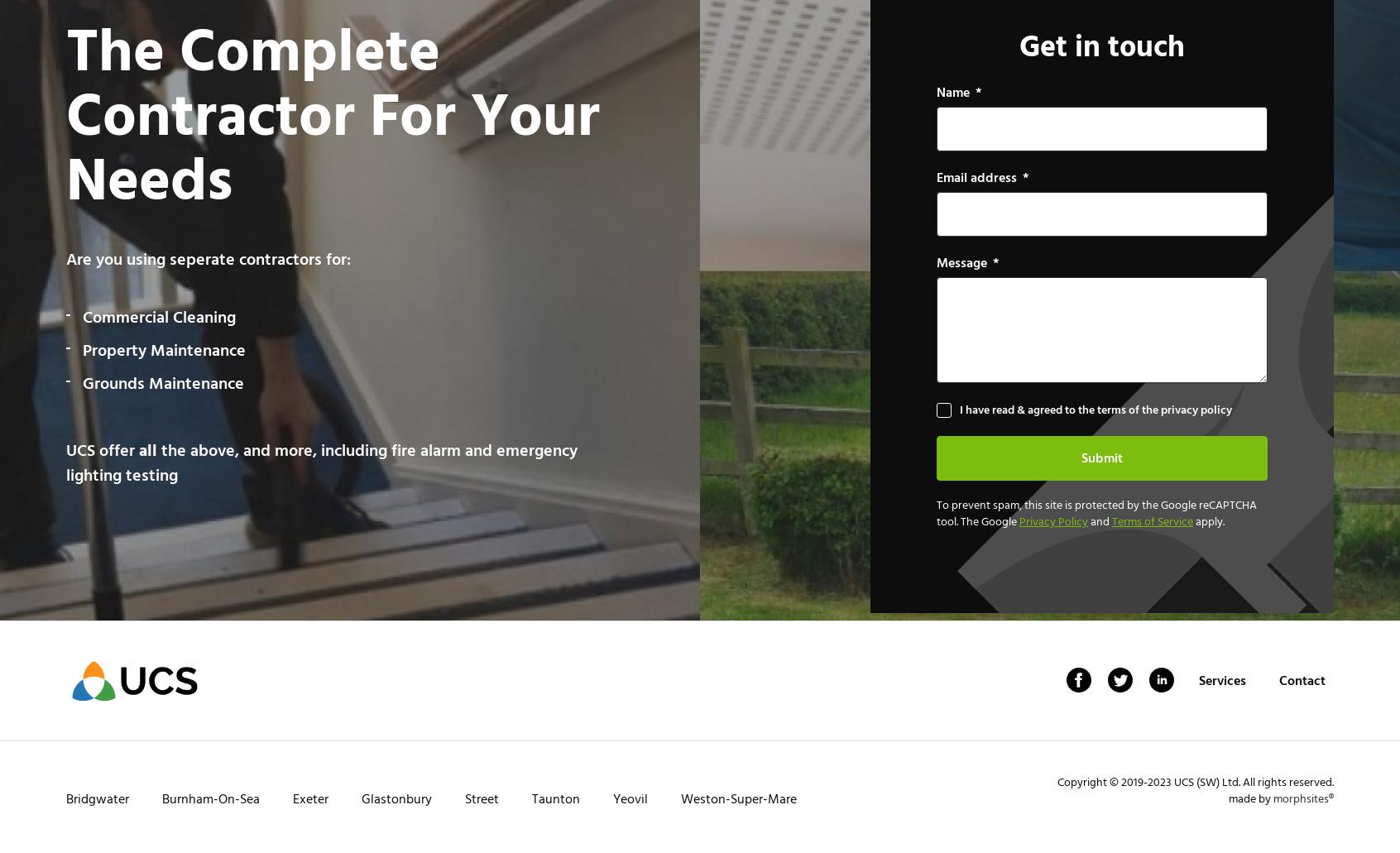  Describe the element at coordinates (611, 798) in the screenshot. I see `'Yeovil'` at that location.